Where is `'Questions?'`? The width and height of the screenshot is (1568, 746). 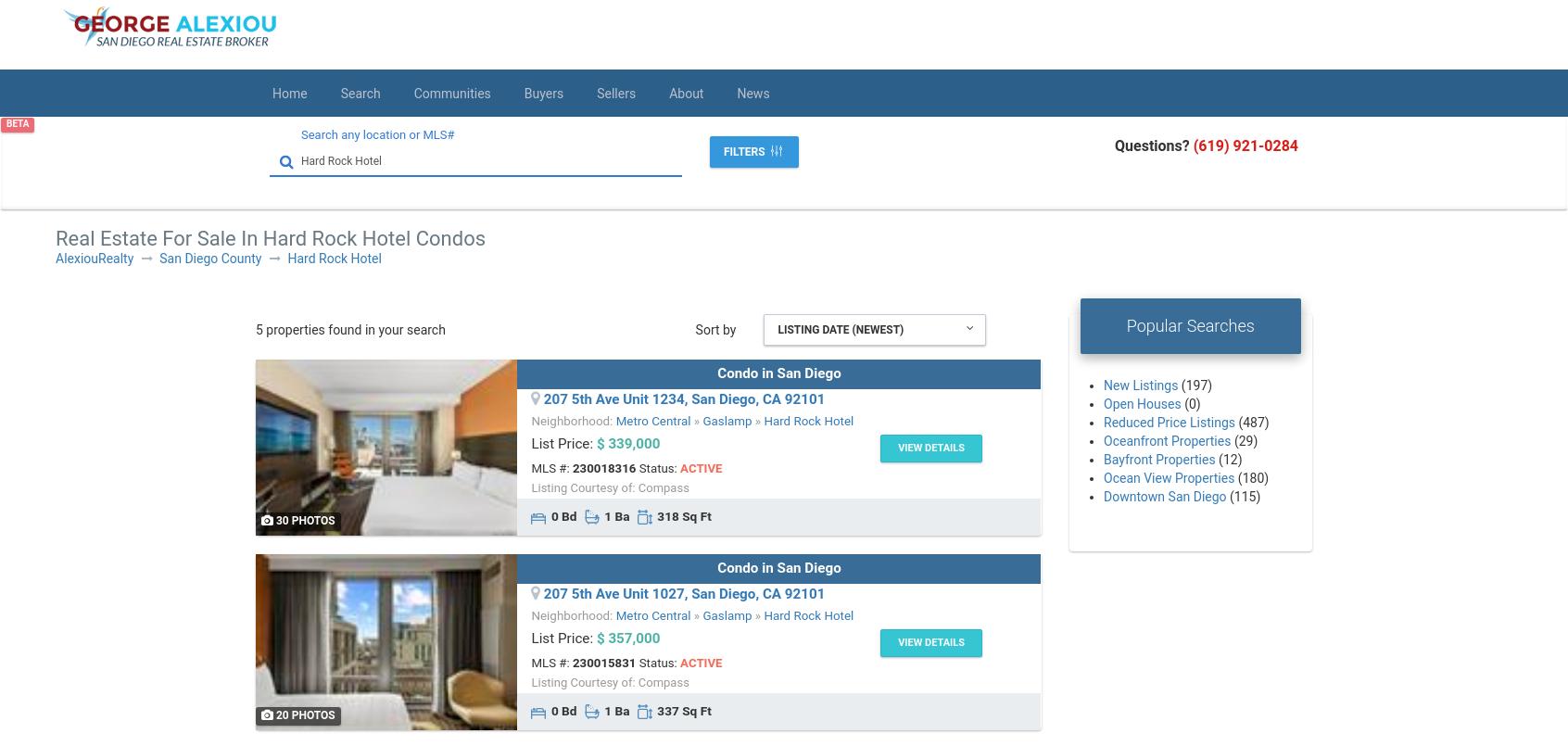
'Questions?' is located at coordinates (1153, 145).